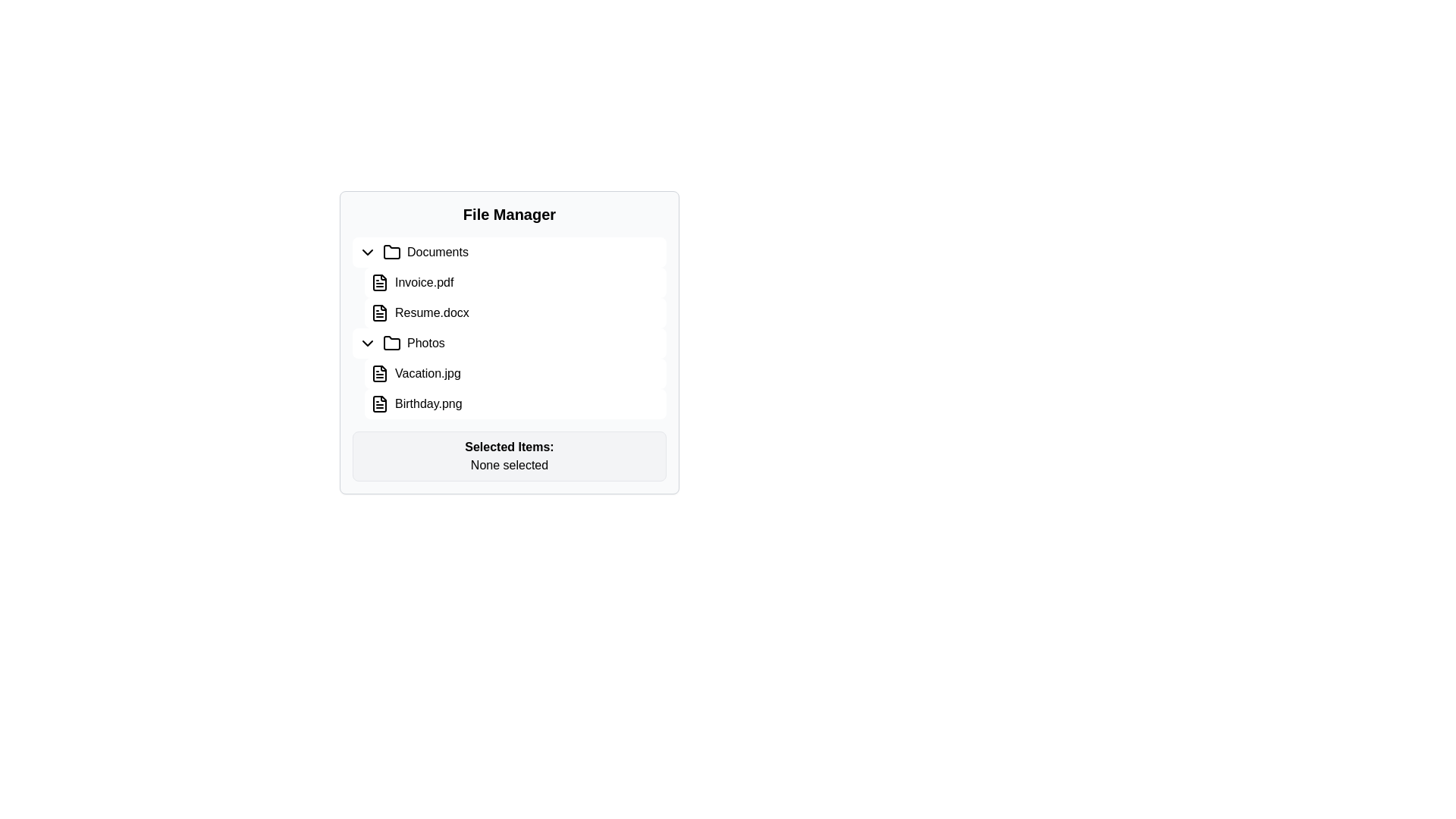  Describe the element at coordinates (425, 343) in the screenshot. I see `the label for the 'Photos' folder, which is the second folder label in a vertical list, positioned below 'Documents'` at that location.